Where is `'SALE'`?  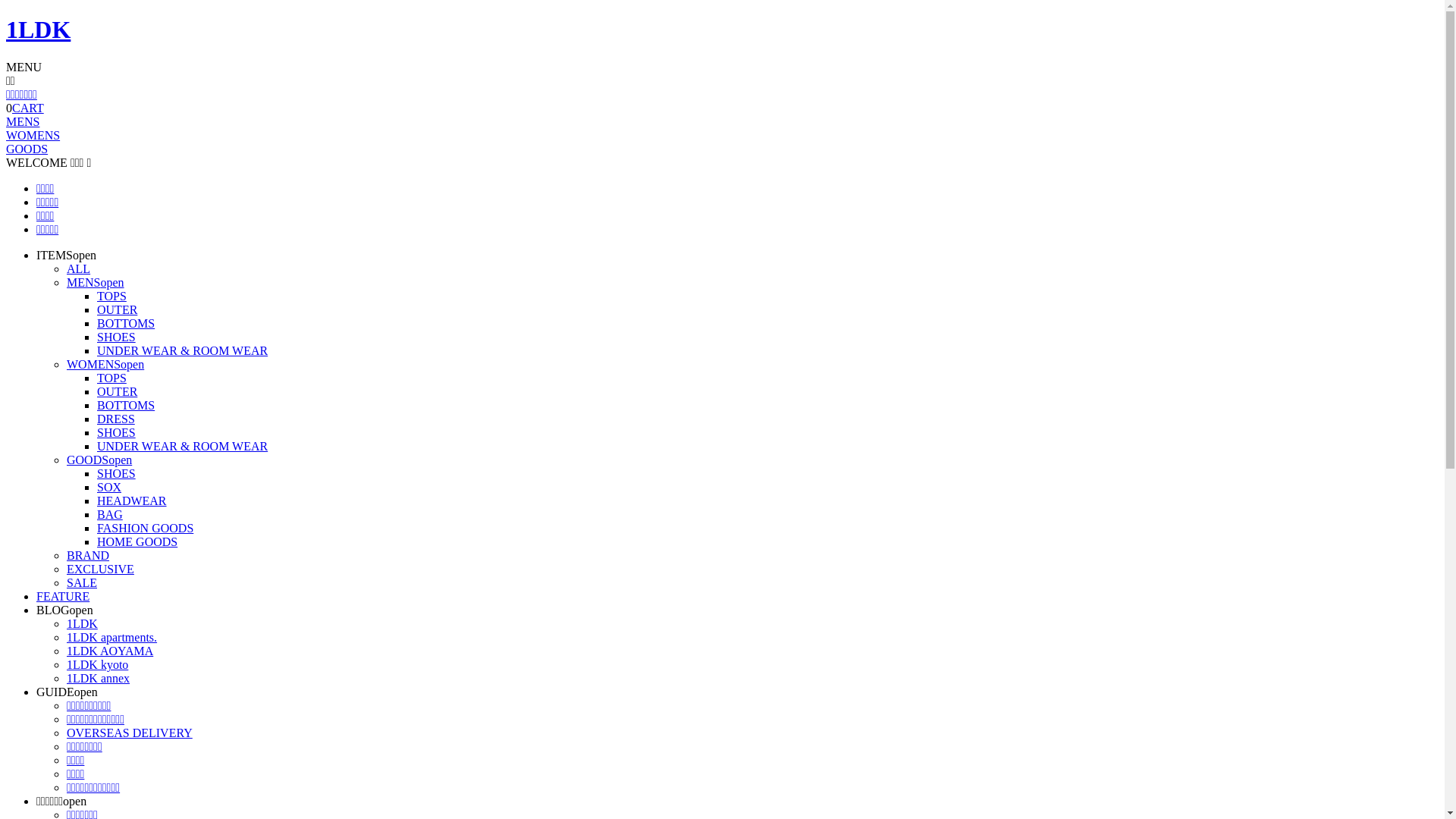 'SALE' is located at coordinates (80, 582).